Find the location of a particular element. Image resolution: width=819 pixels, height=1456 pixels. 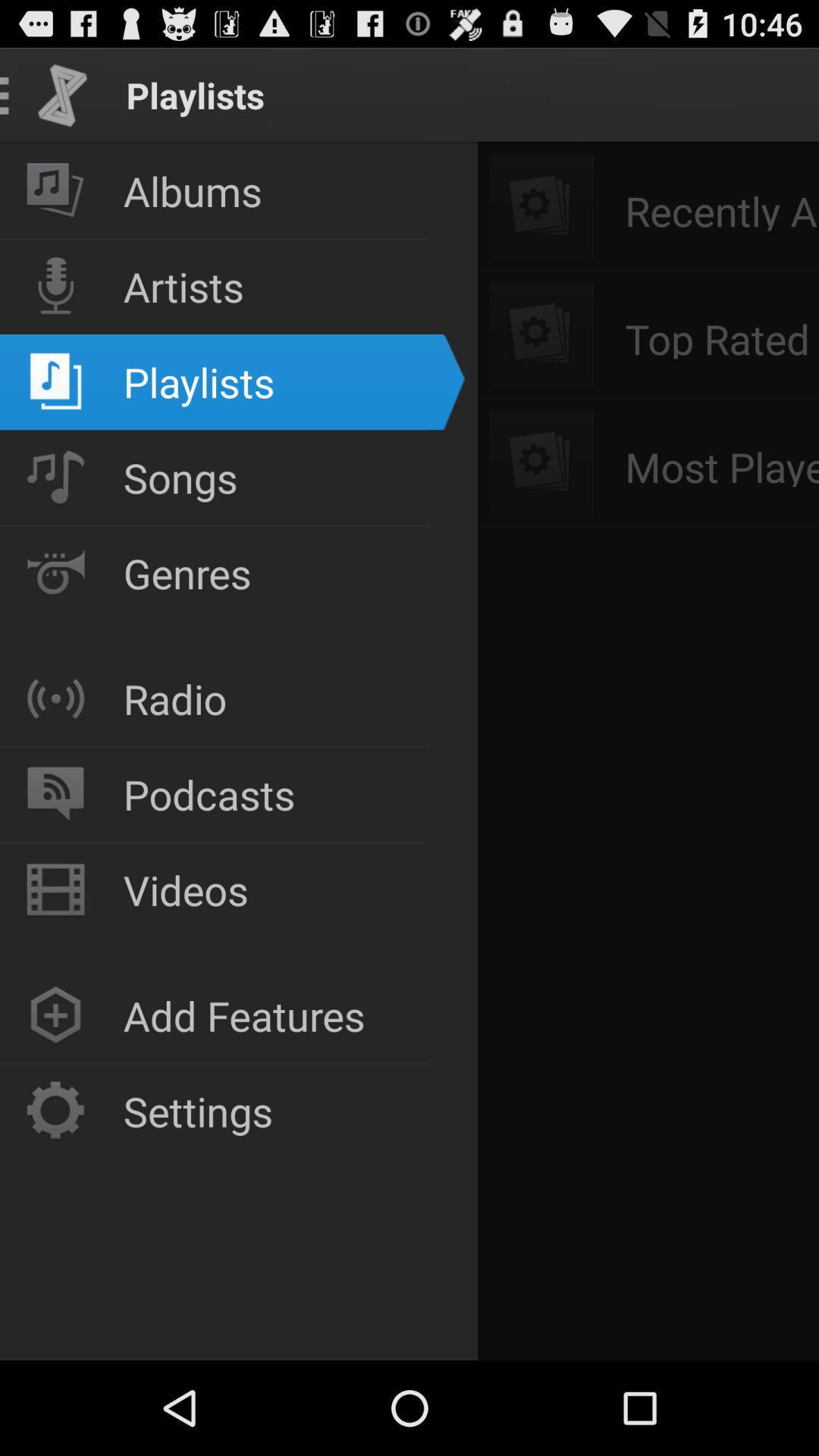

the  playlists button is located at coordinates (214, 747).